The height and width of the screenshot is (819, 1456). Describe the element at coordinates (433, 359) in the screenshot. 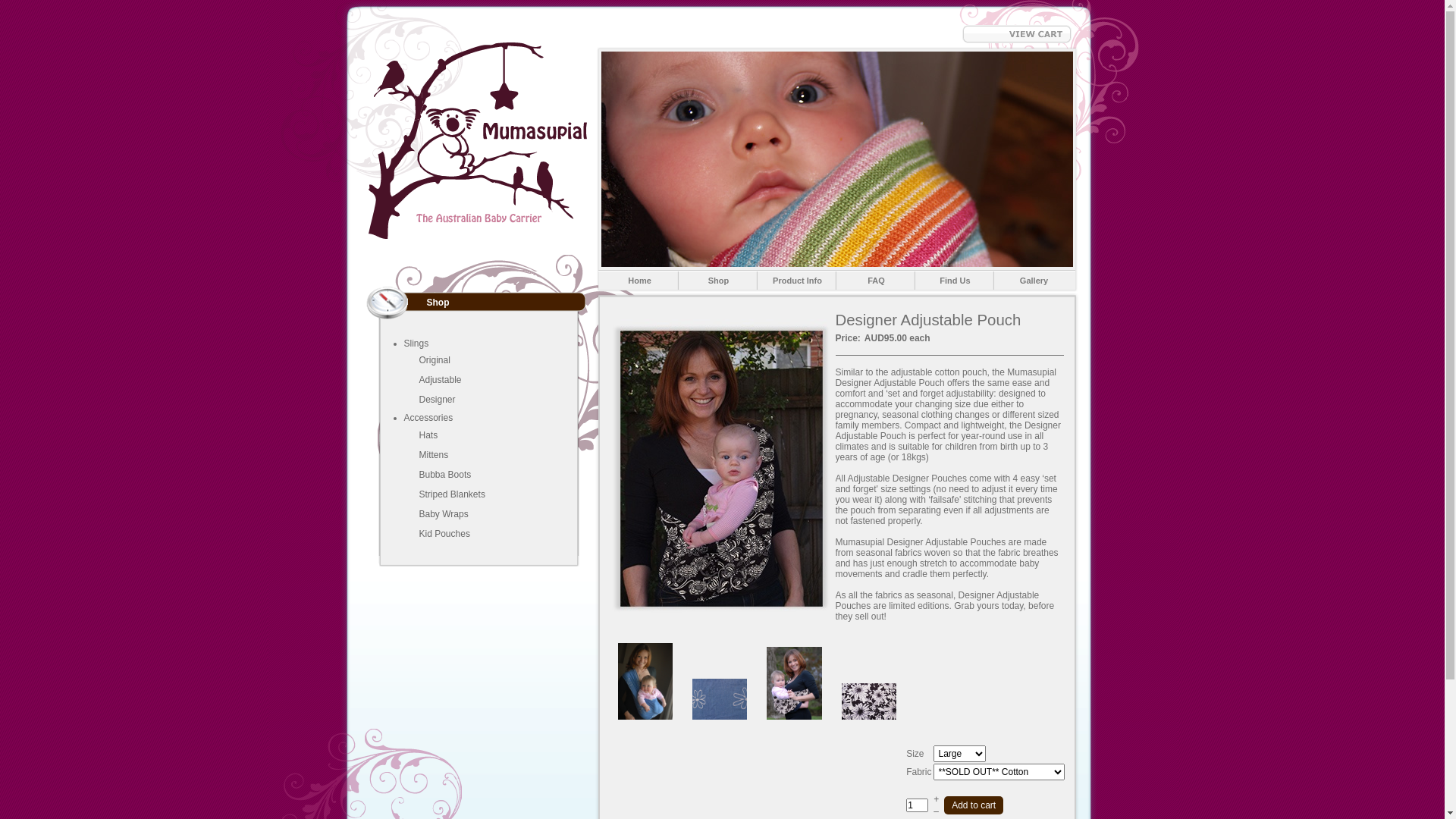

I see `'Original'` at that location.